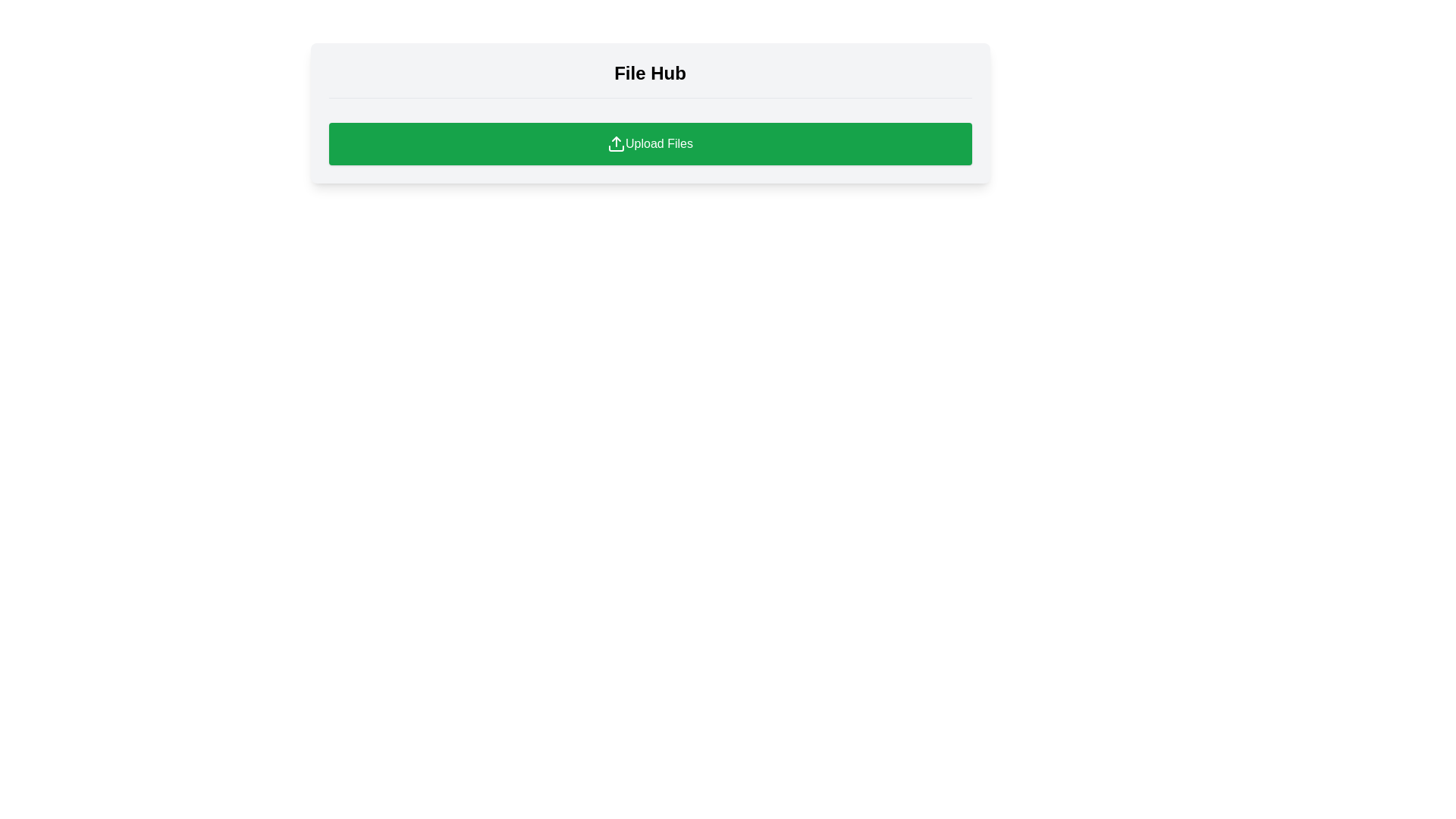 The image size is (1456, 819). Describe the element at coordinates (617, 149) in the screenshot. I see `the horizontal bar-like visual component at the bottom of the upload icon within the green 'Upload Files' button` at that location.